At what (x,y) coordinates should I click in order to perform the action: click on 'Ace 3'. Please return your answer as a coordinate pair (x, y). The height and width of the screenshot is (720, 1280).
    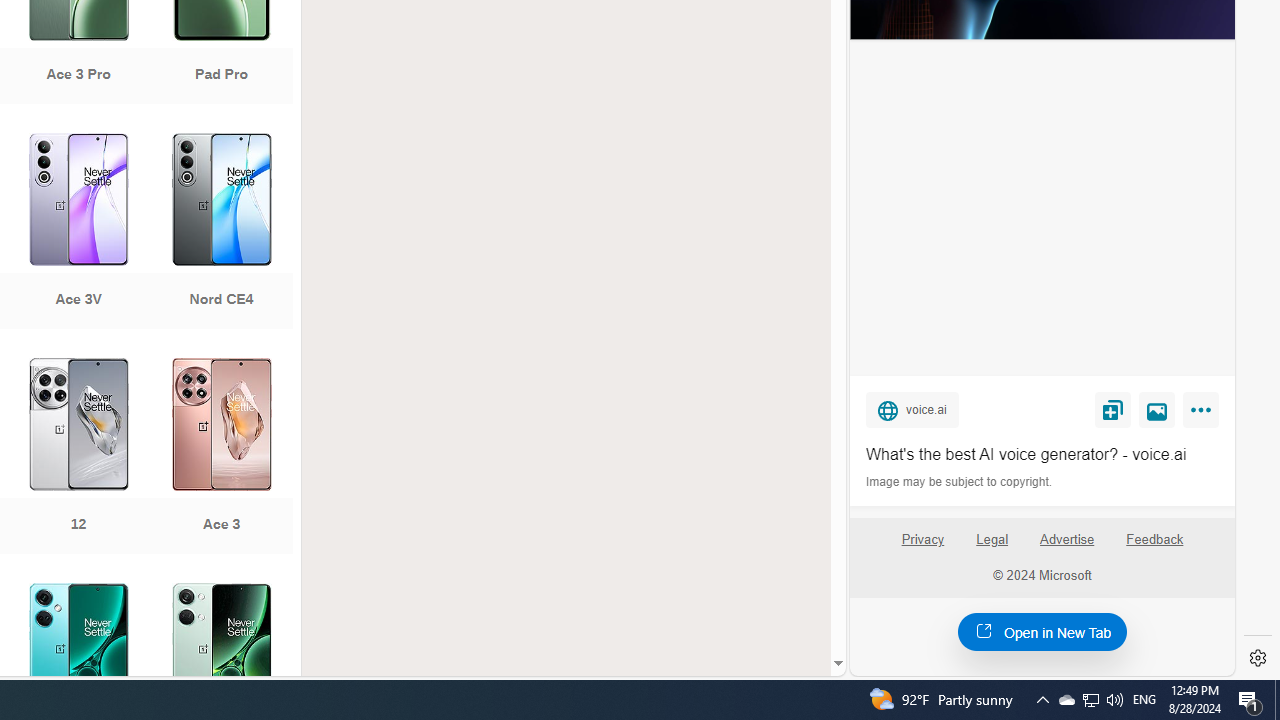
    Looking at the image, I should click on (221, 458).